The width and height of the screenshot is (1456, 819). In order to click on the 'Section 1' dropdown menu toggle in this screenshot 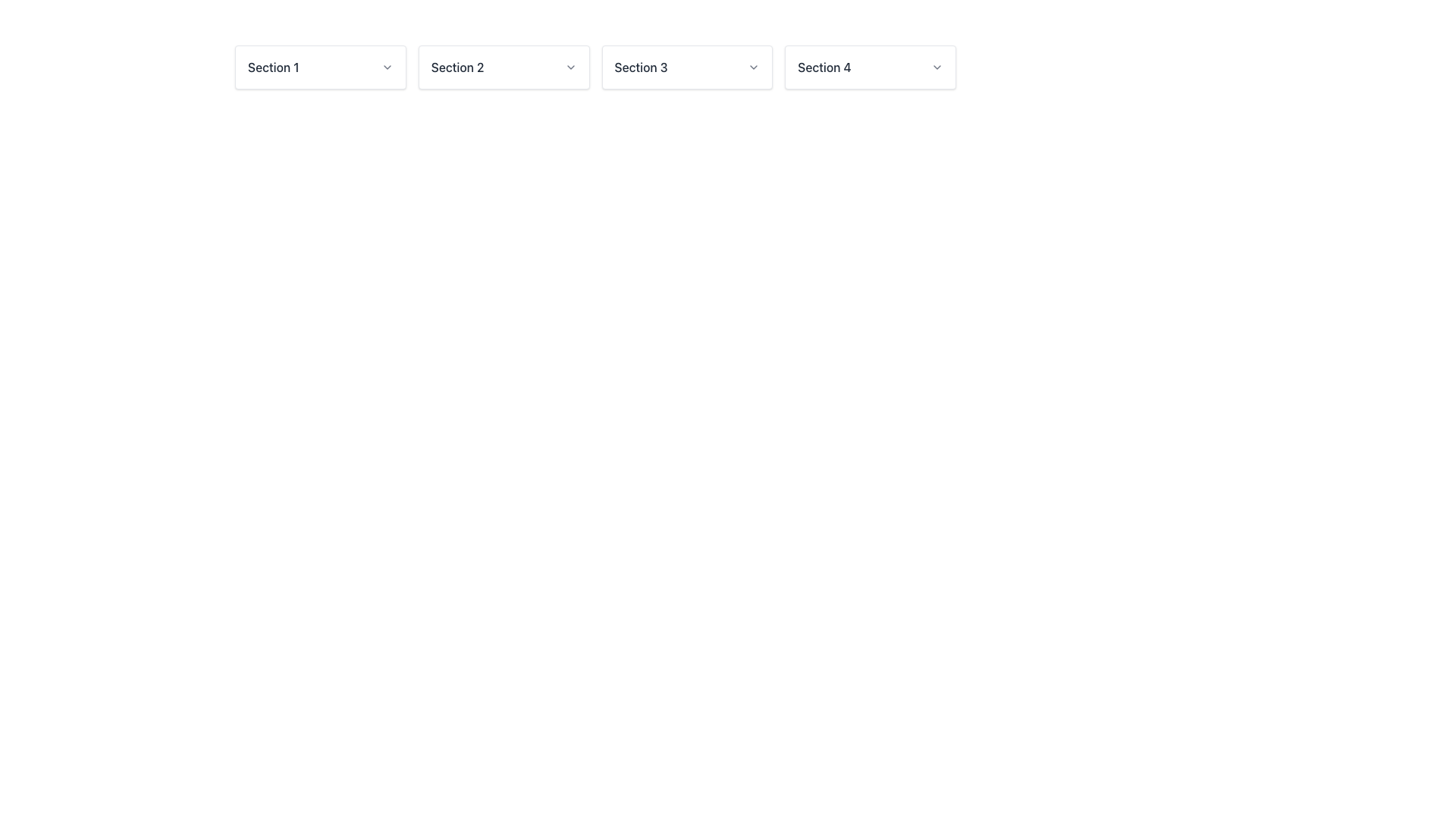, I will do `click(319, 66)`.